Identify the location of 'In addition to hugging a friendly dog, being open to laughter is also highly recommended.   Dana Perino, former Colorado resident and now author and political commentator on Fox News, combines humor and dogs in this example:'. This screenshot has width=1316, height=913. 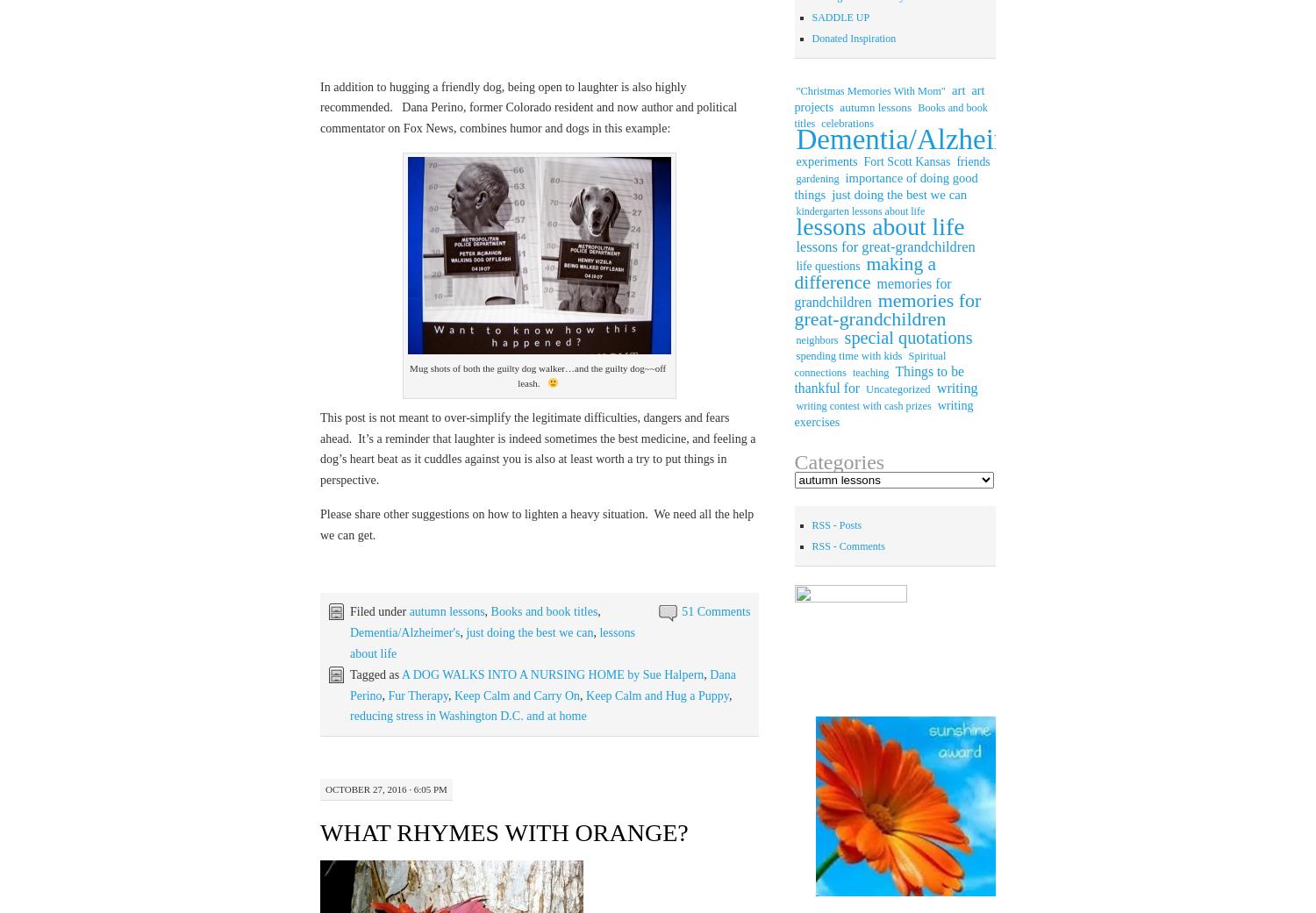
(318, 107).